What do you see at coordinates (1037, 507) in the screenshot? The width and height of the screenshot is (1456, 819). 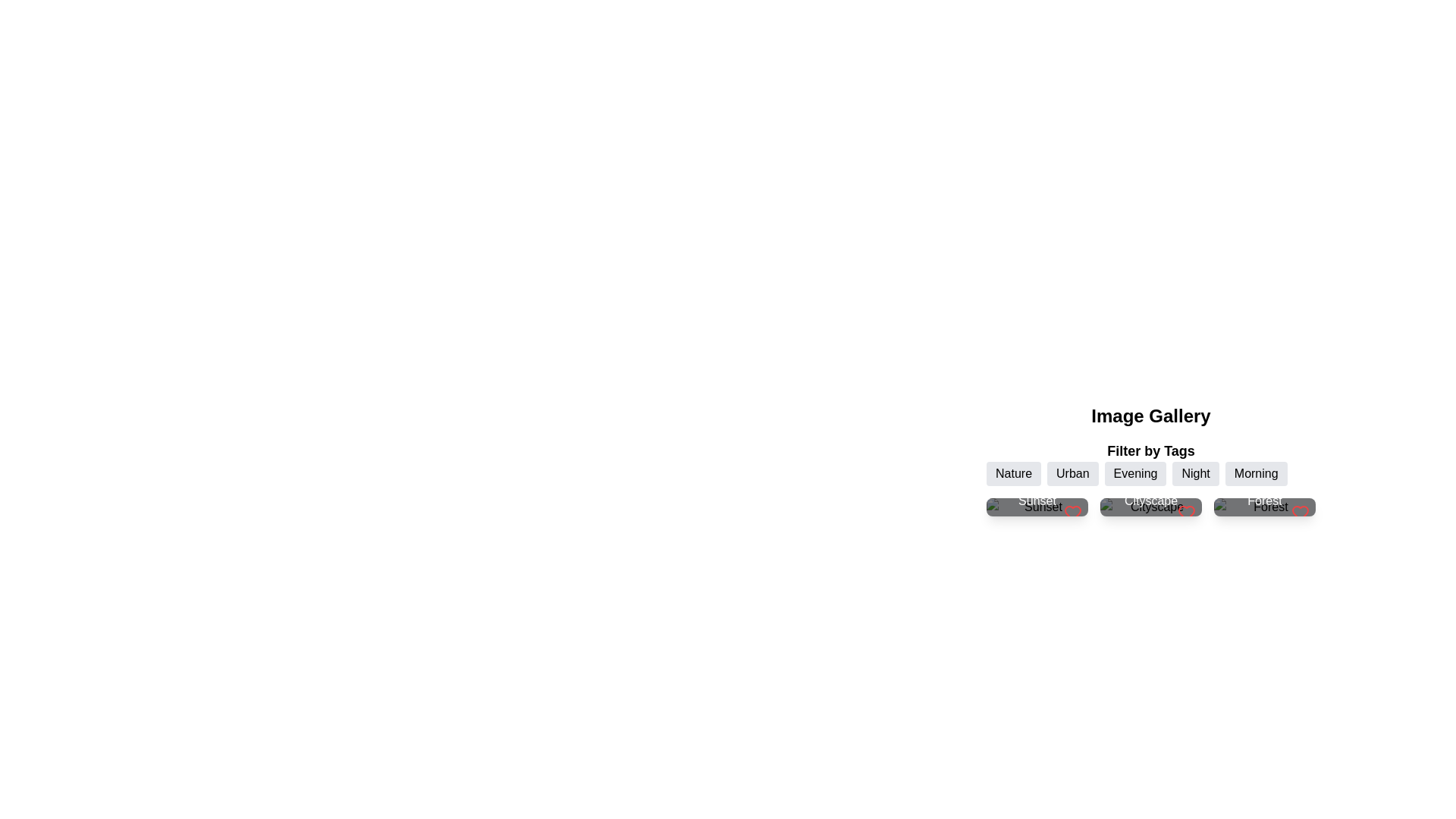 I see `the card element displaying 'Sunset' with a gray background and heart-shaped graphic, located at the first position in the grid layout` at bounding box center [1037, 507].